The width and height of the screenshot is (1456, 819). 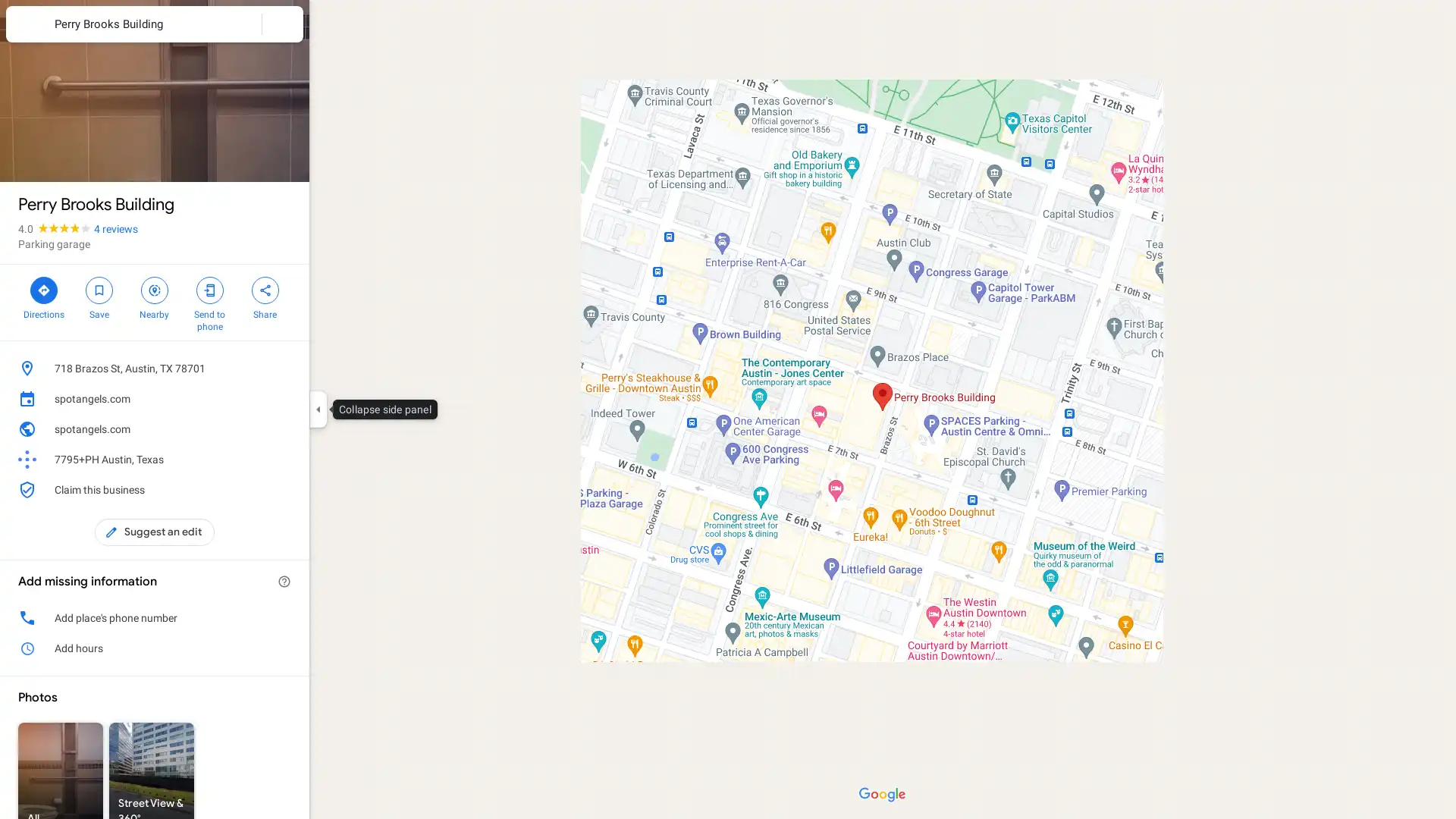 What do you see at coordinates (317, 409) in the screenshot?
I see `Collapse side panel` at bounding box center [317, 409].